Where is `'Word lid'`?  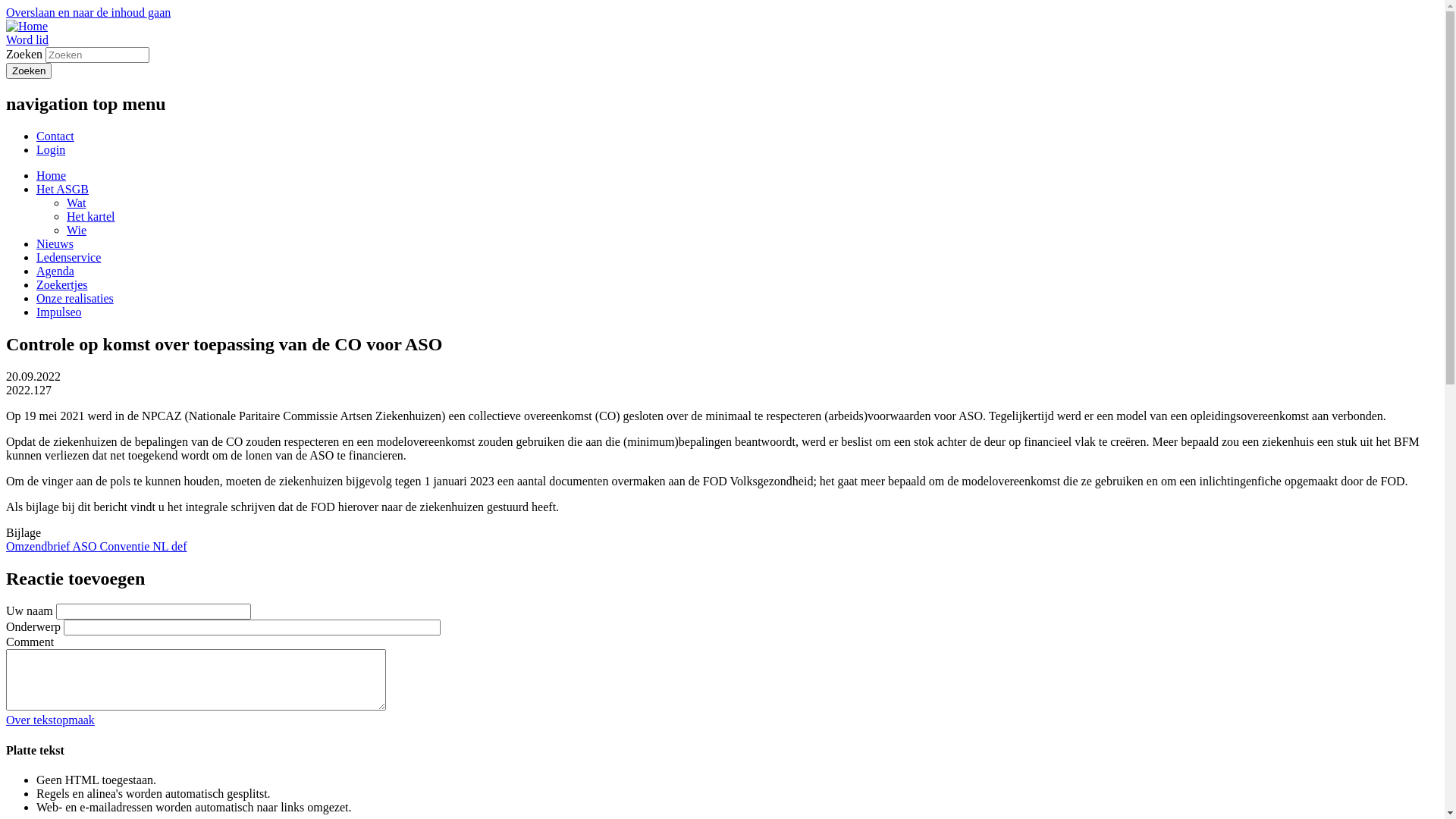 'Word lid' is located at coordinates (27, 39).